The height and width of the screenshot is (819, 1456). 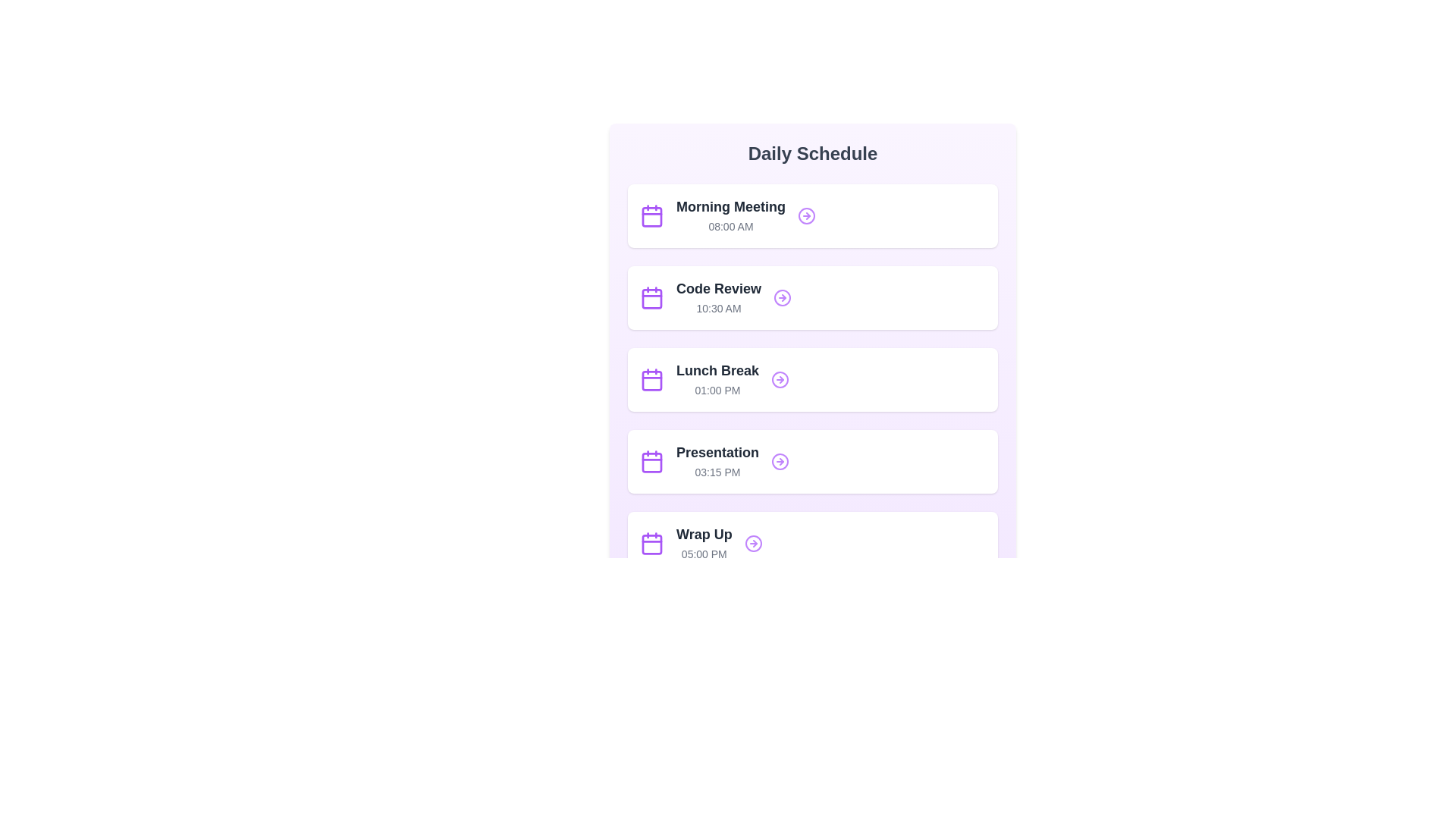 I want to click on the calendar icon with a purple outline located on the left side of the 'Lunch Break' panel, which features a centered date symbol, so click(x=651, y=379).